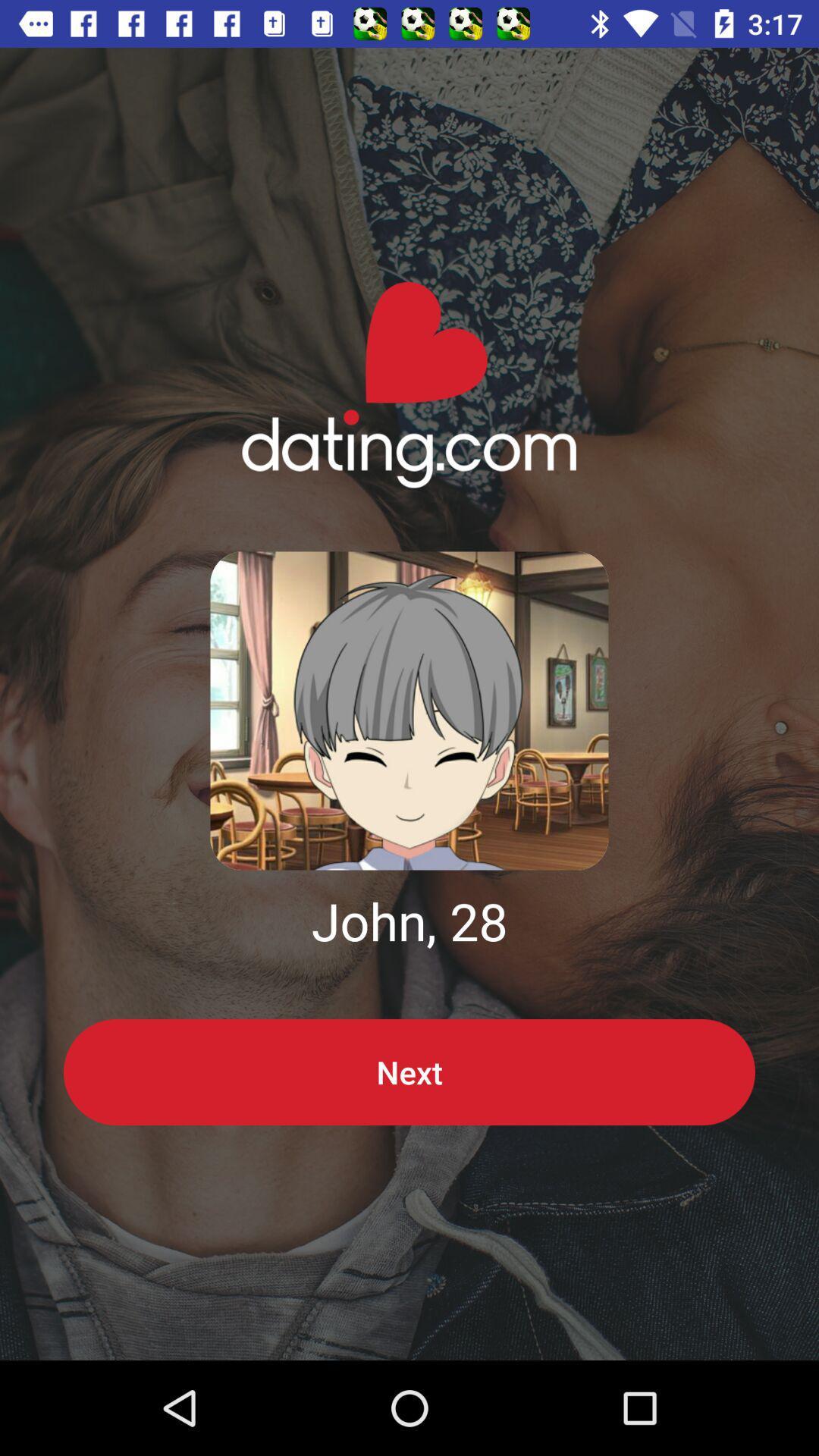  Describe the element at coordinates (409, 710) in the screenshot. I see `profile photo` at that location.